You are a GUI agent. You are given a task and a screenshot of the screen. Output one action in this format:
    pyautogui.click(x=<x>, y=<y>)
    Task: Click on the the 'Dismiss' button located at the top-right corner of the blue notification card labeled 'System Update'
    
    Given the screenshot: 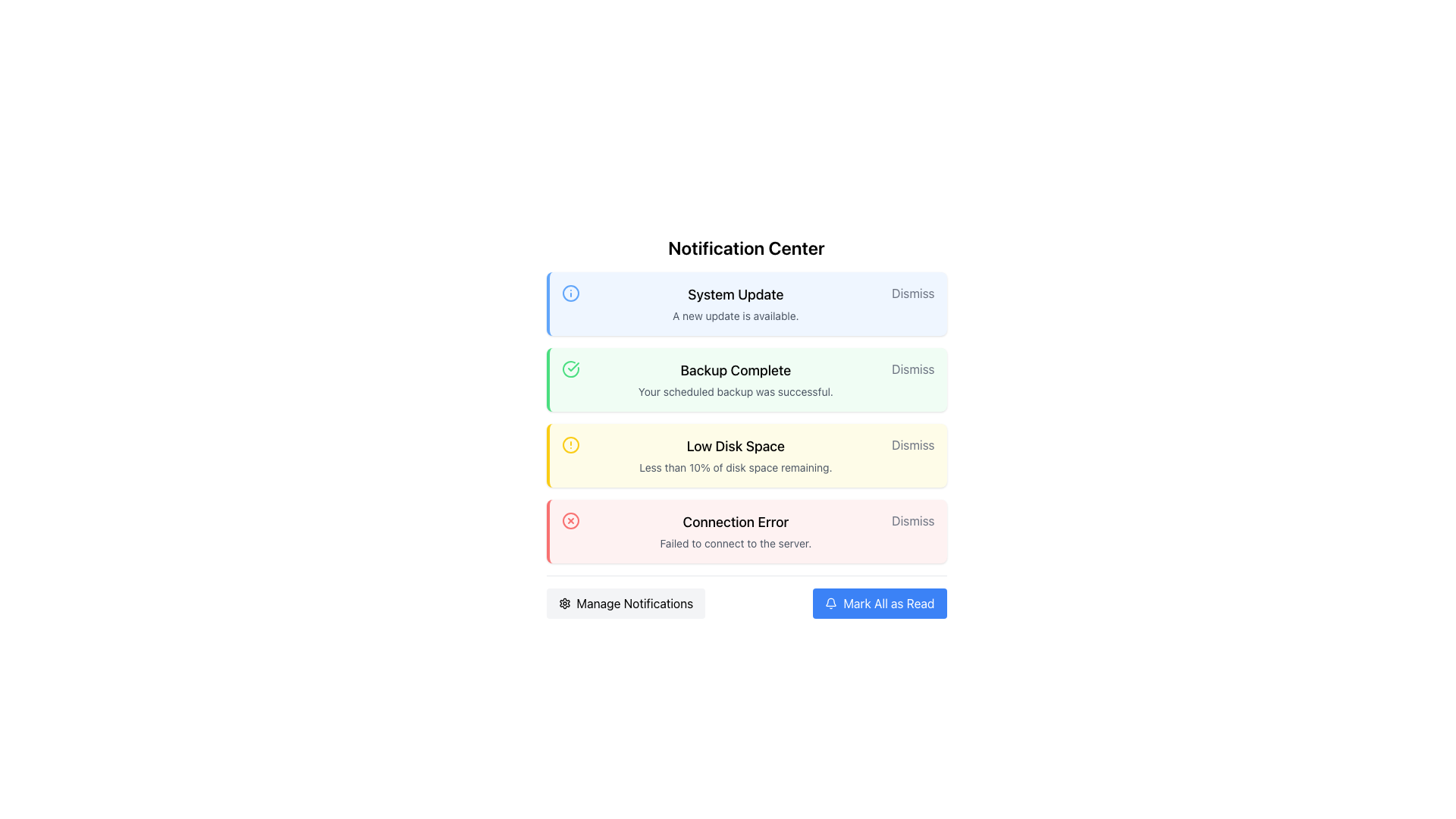 What is the action you would take?
    pyautogui.click(x=912, y=293)
    